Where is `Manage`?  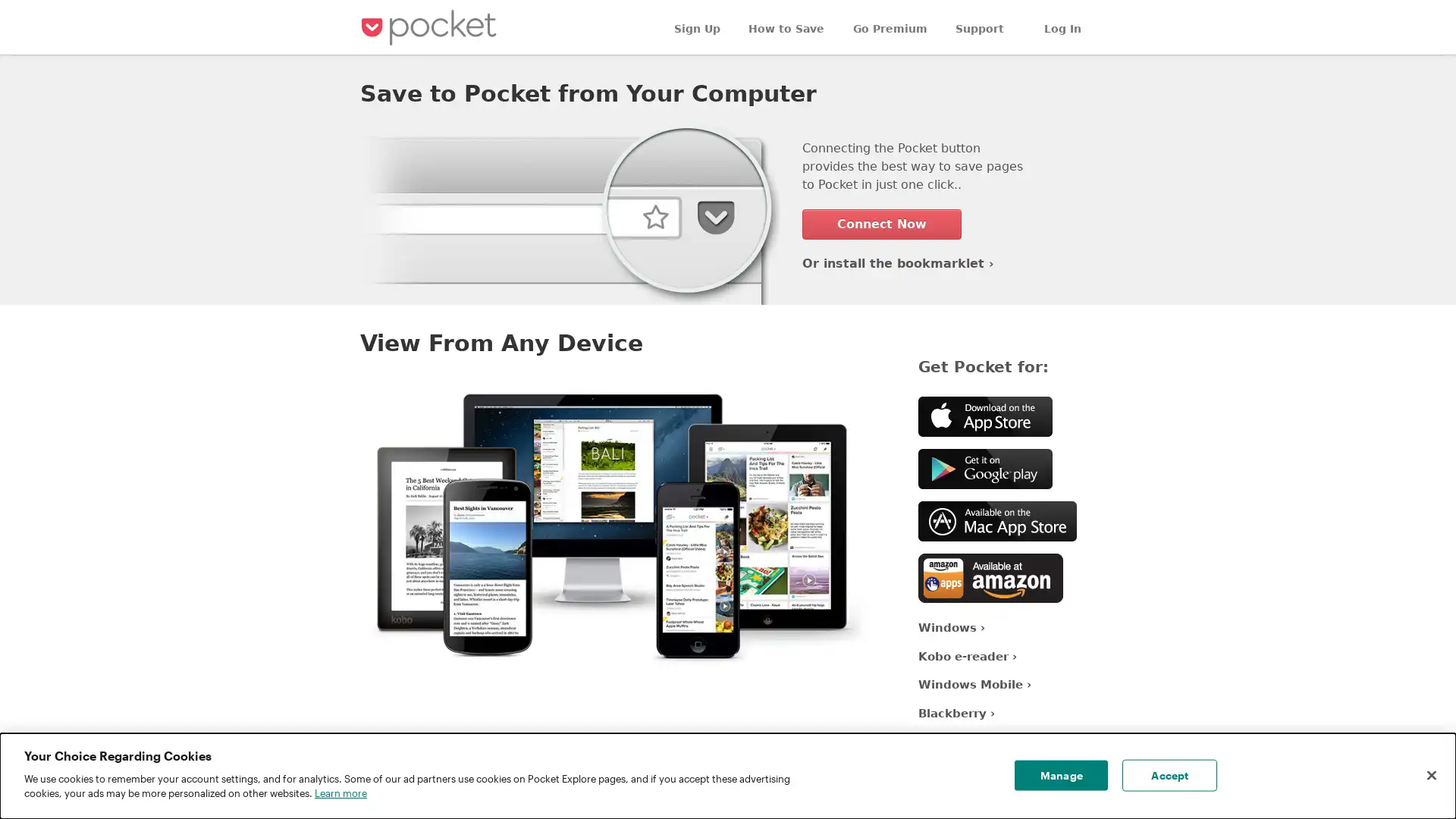
Manage is located at coordinates (1060, 775).